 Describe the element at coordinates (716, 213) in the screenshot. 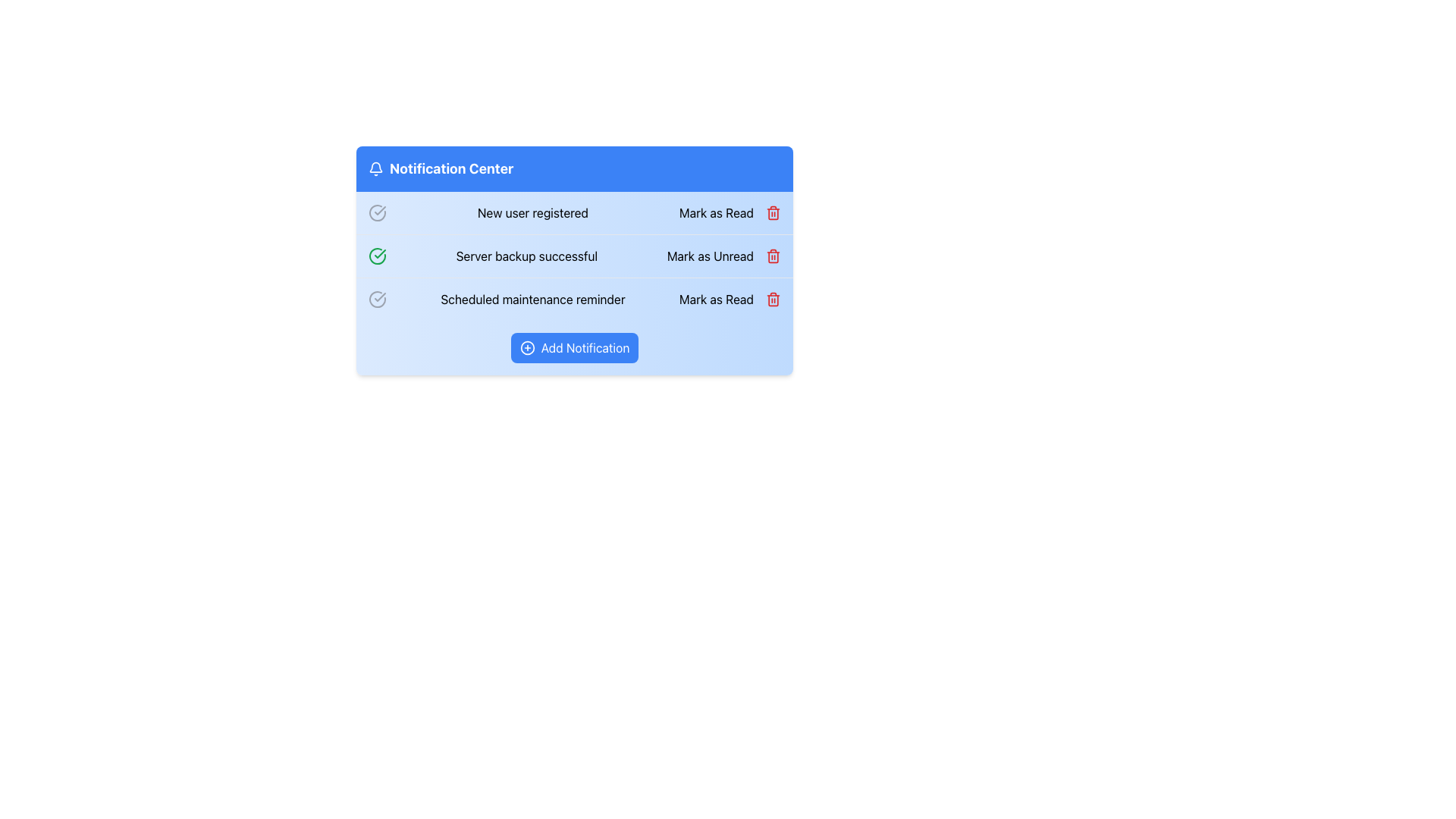

I see `the text-based interactive button located on the right side of the first row of the notification list to mark the notification as read, which changes its state from 'unread'` at that location.